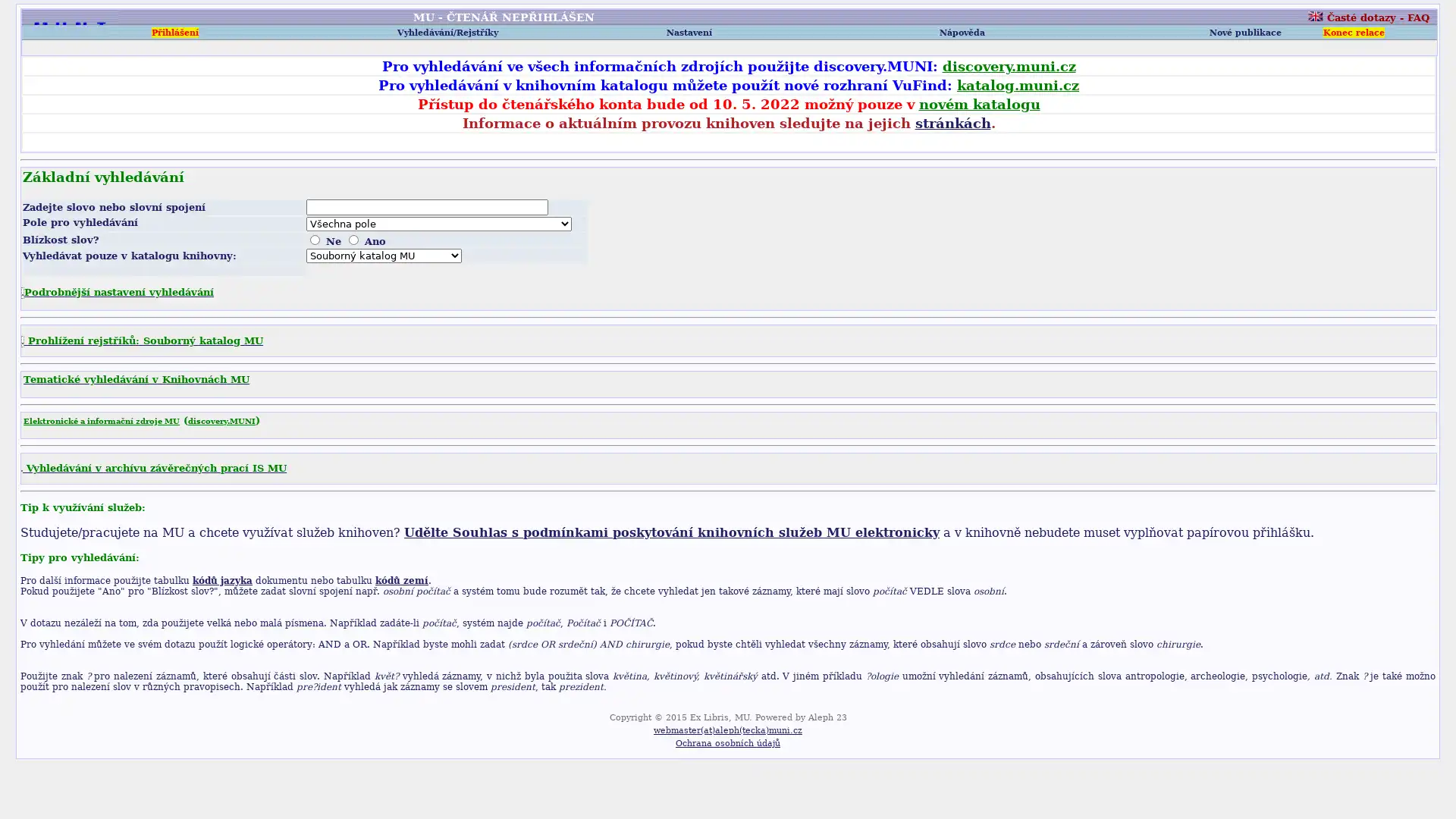 This screenshot has width=1456, height=819. I want to click on Potvrdit zakladni vyhledavani, so click(49, 270).